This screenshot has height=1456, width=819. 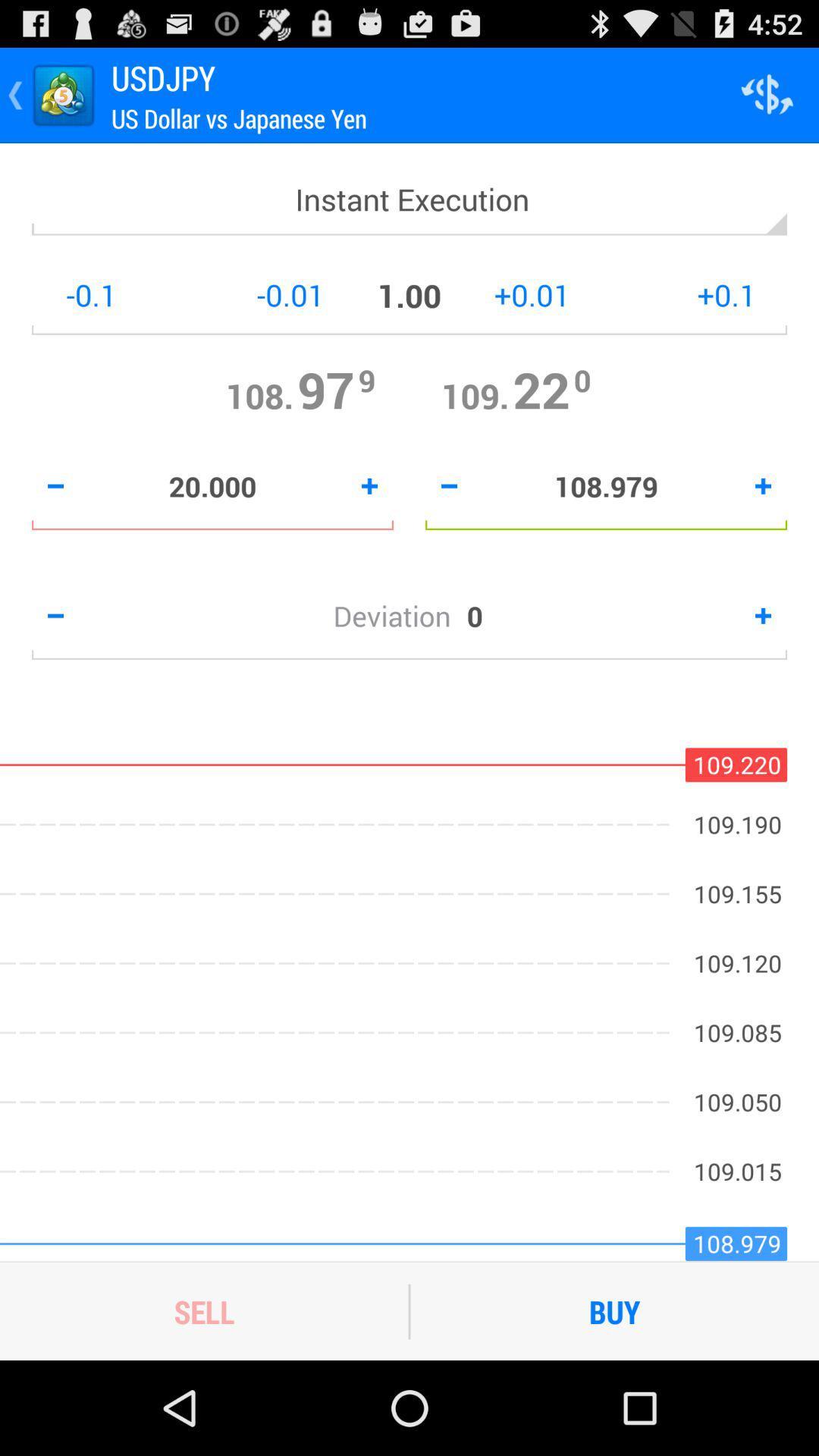 What do you see at coordinates (212, 486) in the screenshot?
I see `the 20.000 item` at bounding box center [212, 486].